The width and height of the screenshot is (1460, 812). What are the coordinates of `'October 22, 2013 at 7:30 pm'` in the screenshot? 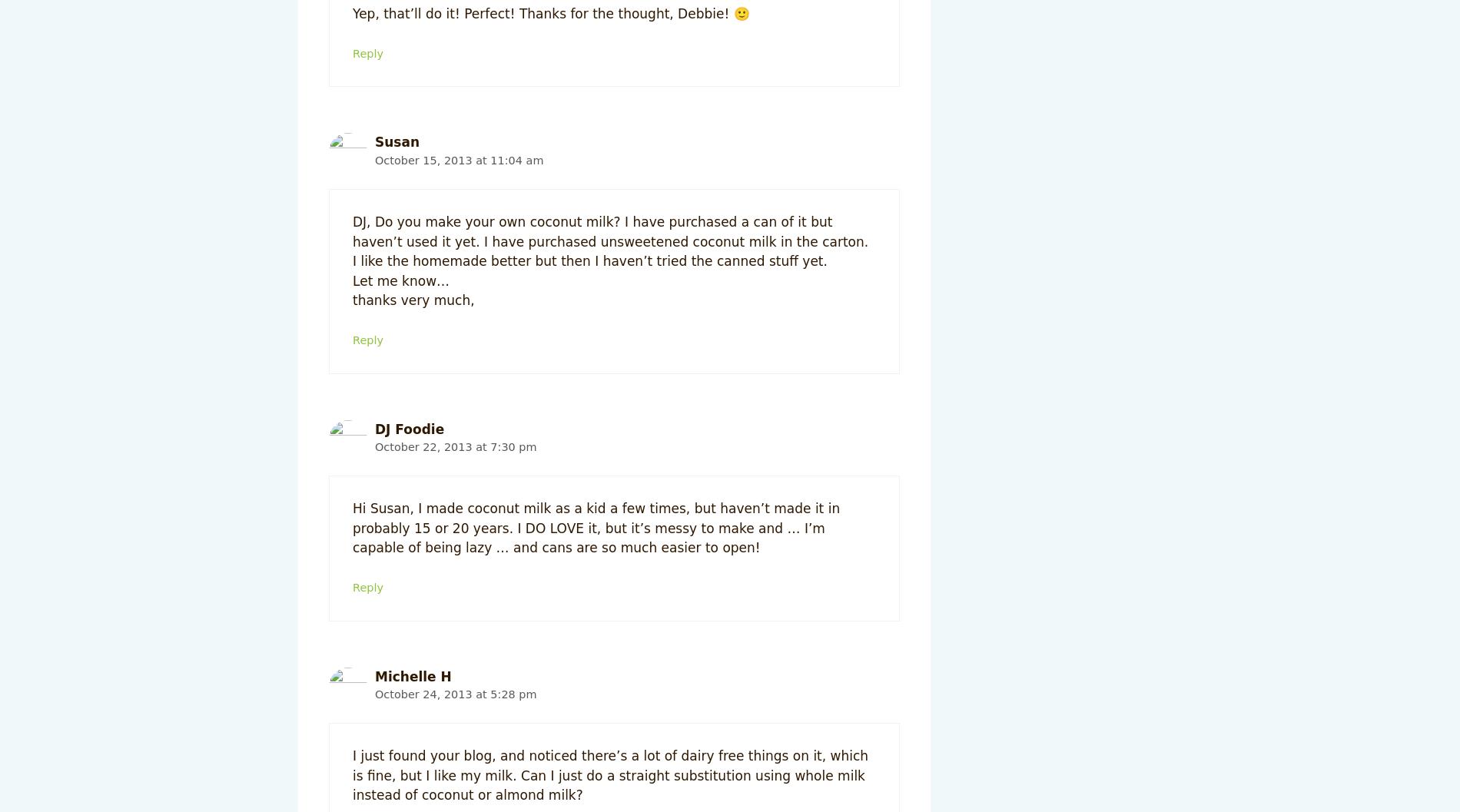 It's located at (455, 446).